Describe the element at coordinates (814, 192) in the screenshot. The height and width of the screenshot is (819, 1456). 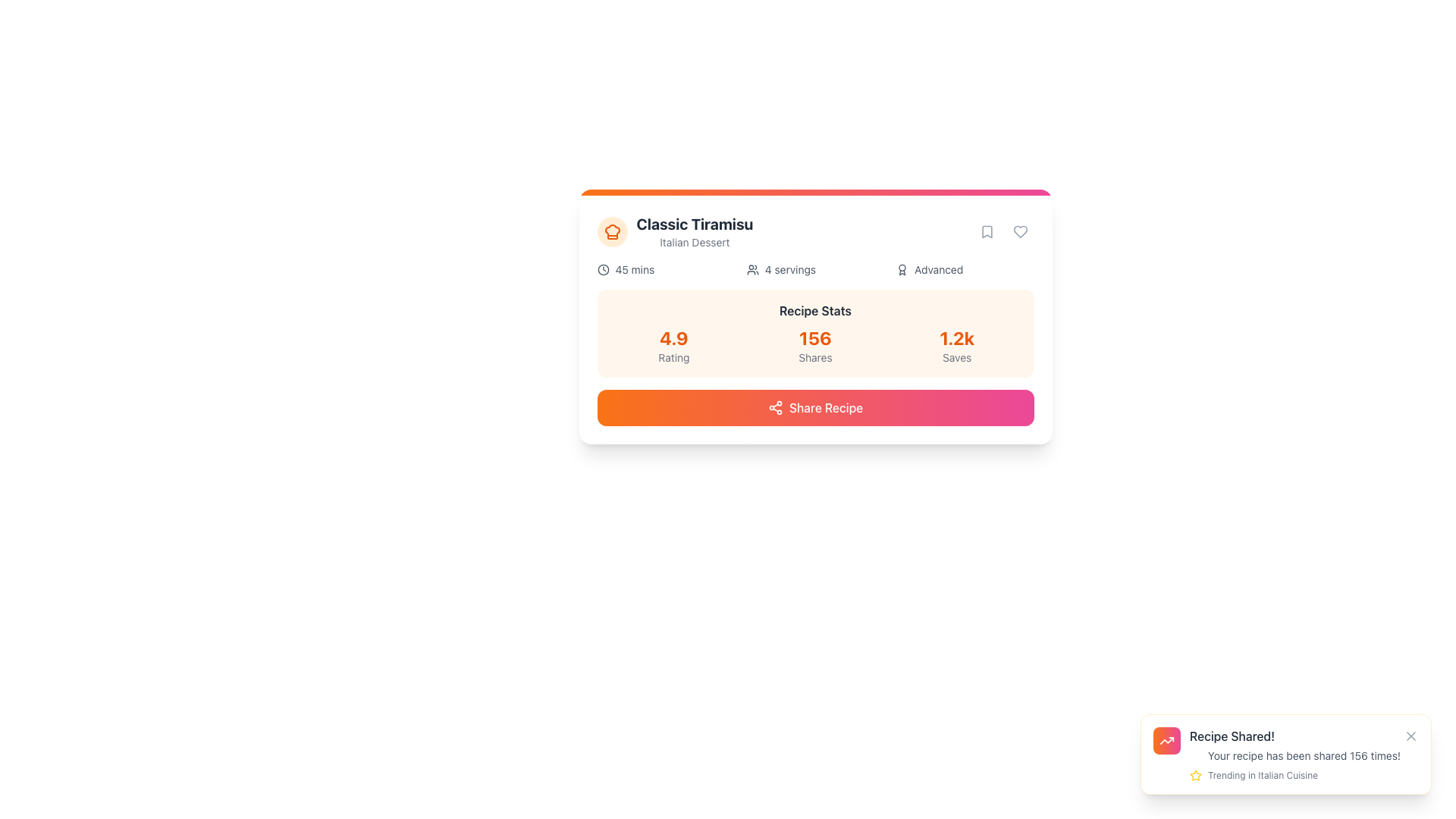
I see `the Decorative gradient bar at the top of the card, which enhances the card's visual appeal` at that location.